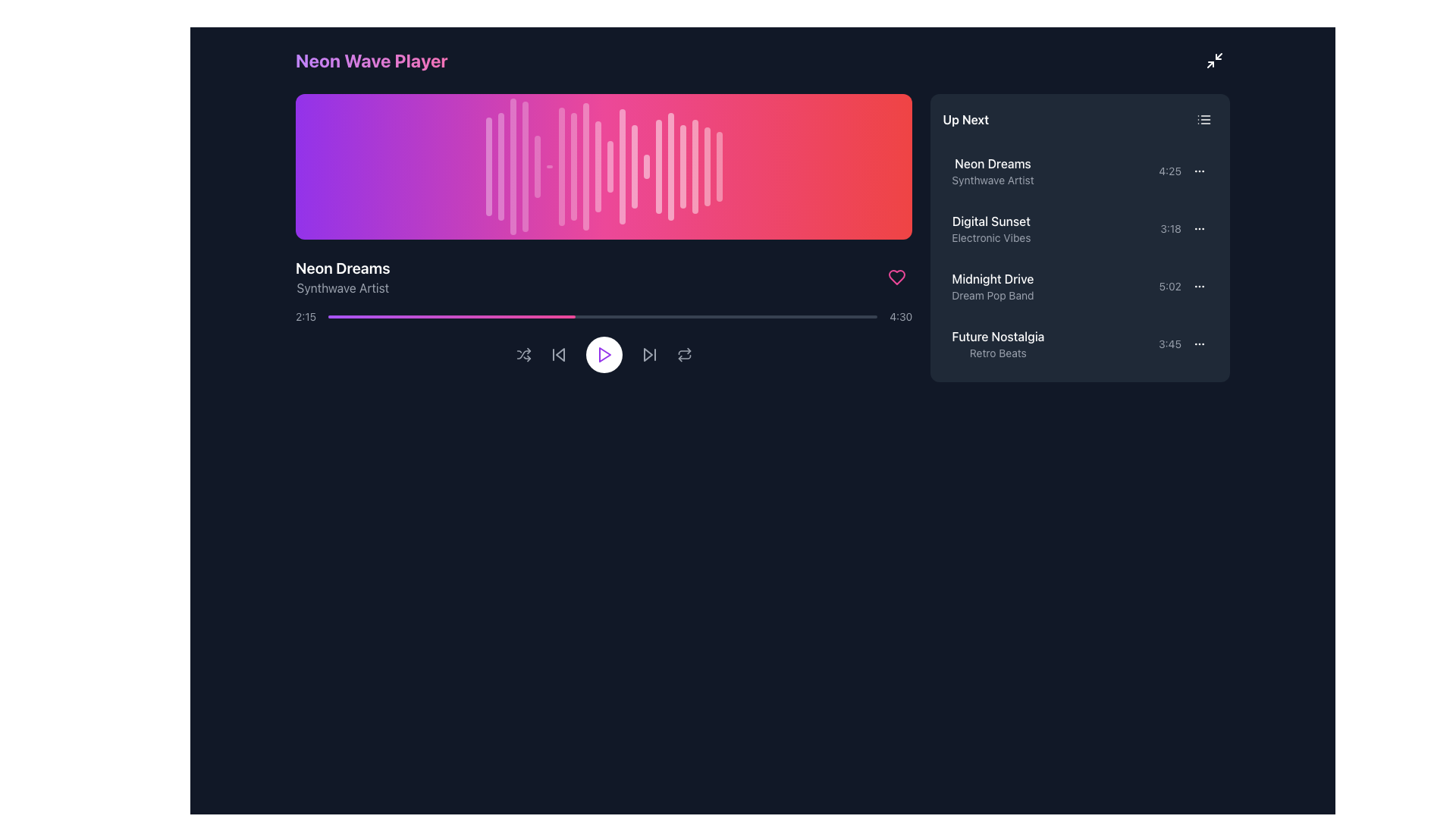  What do you see at coordinates (622, 166) in the screenshot?
I see `the twelfth waveform bar in the audio visualization component, which visually represents the audio's dynamics and beats during playback` at bounding box center [622, 166].